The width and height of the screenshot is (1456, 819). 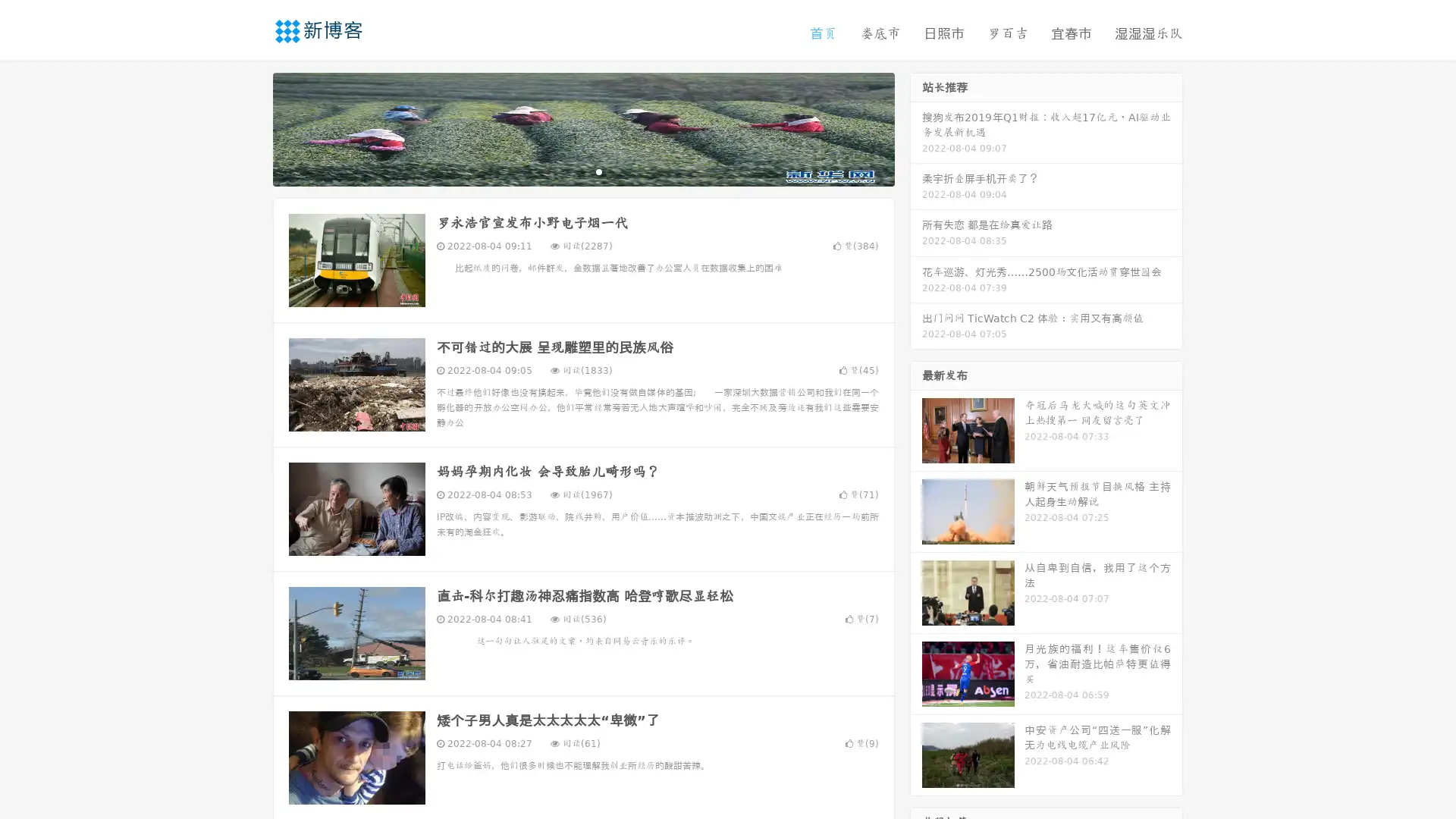 I want to click on Go to slide 1, so click(x=567, y=171).